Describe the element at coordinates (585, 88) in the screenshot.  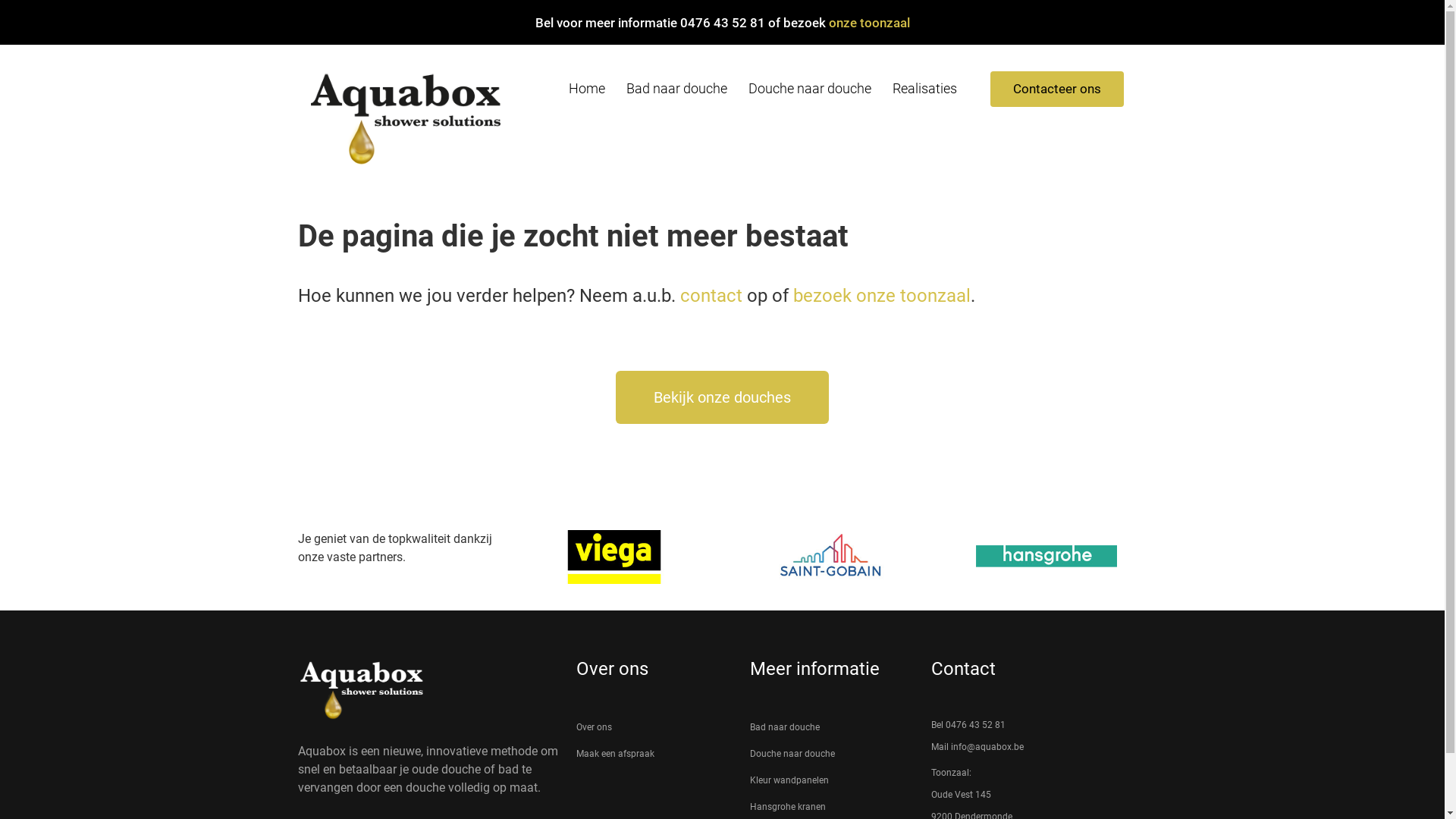
I see `'Home'` at that location.